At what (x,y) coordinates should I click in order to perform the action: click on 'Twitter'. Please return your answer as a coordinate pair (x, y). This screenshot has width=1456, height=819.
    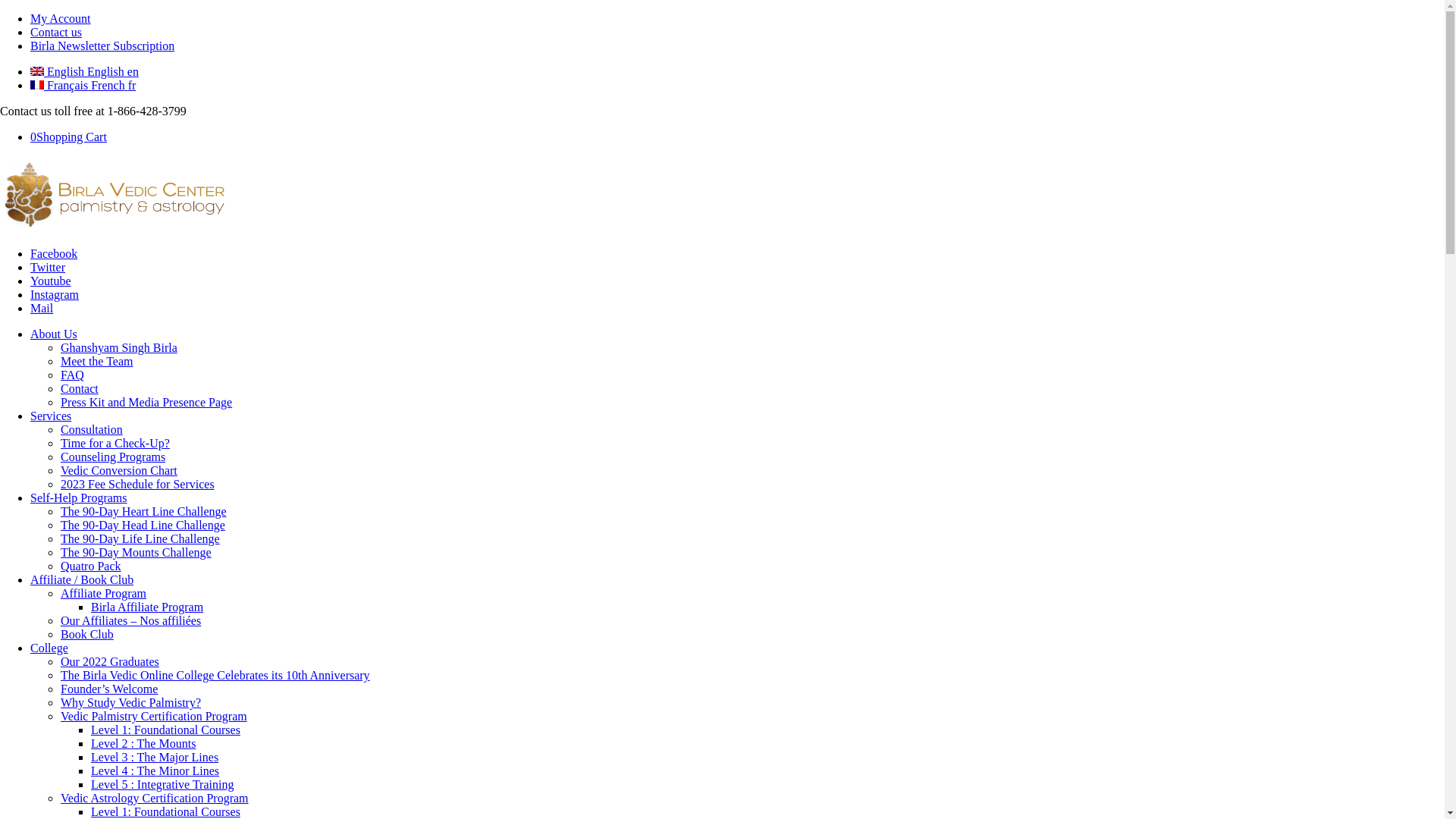
    Looking at the image, I should click on (47, 266).